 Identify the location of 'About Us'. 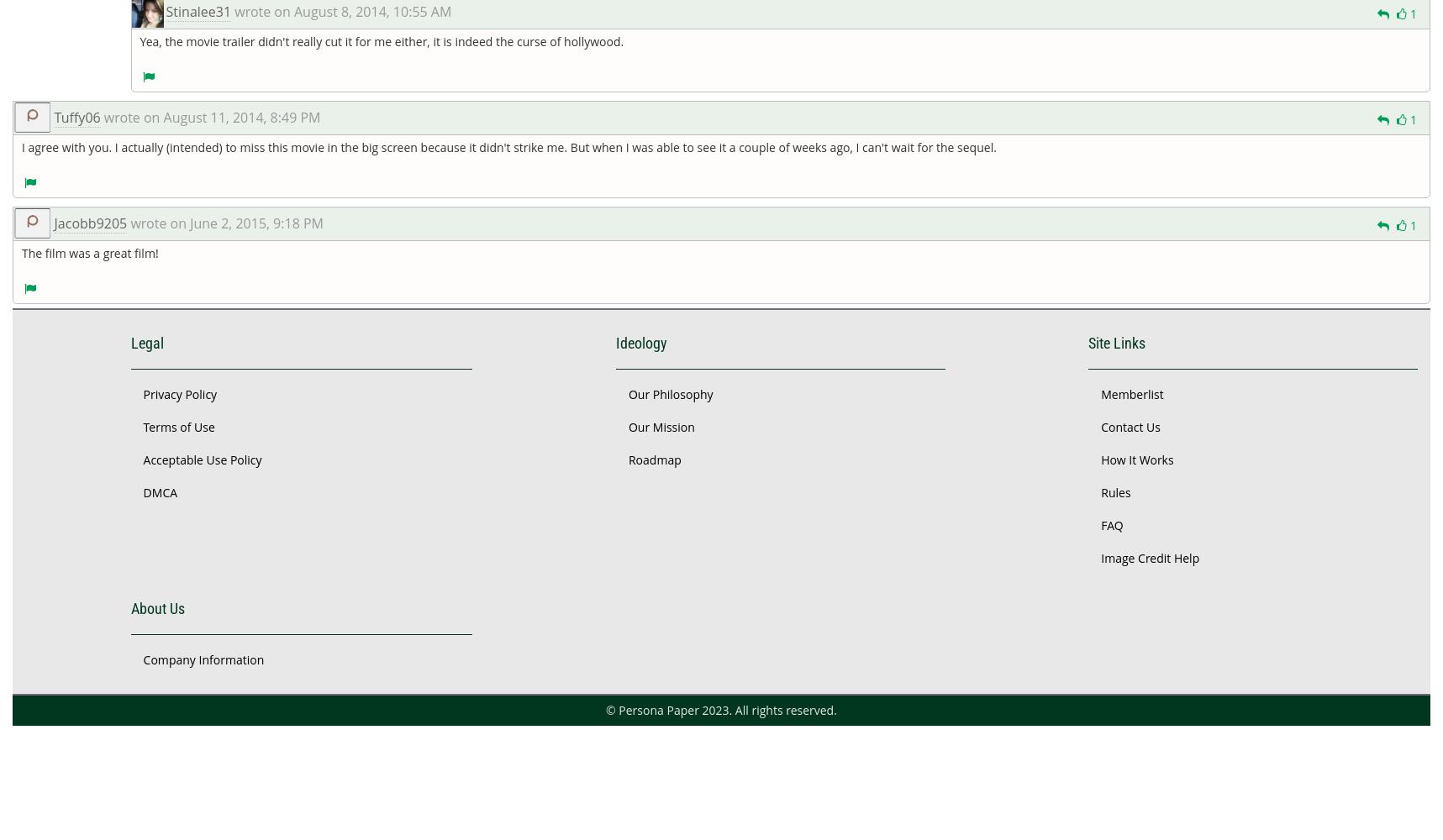
(130, 606).